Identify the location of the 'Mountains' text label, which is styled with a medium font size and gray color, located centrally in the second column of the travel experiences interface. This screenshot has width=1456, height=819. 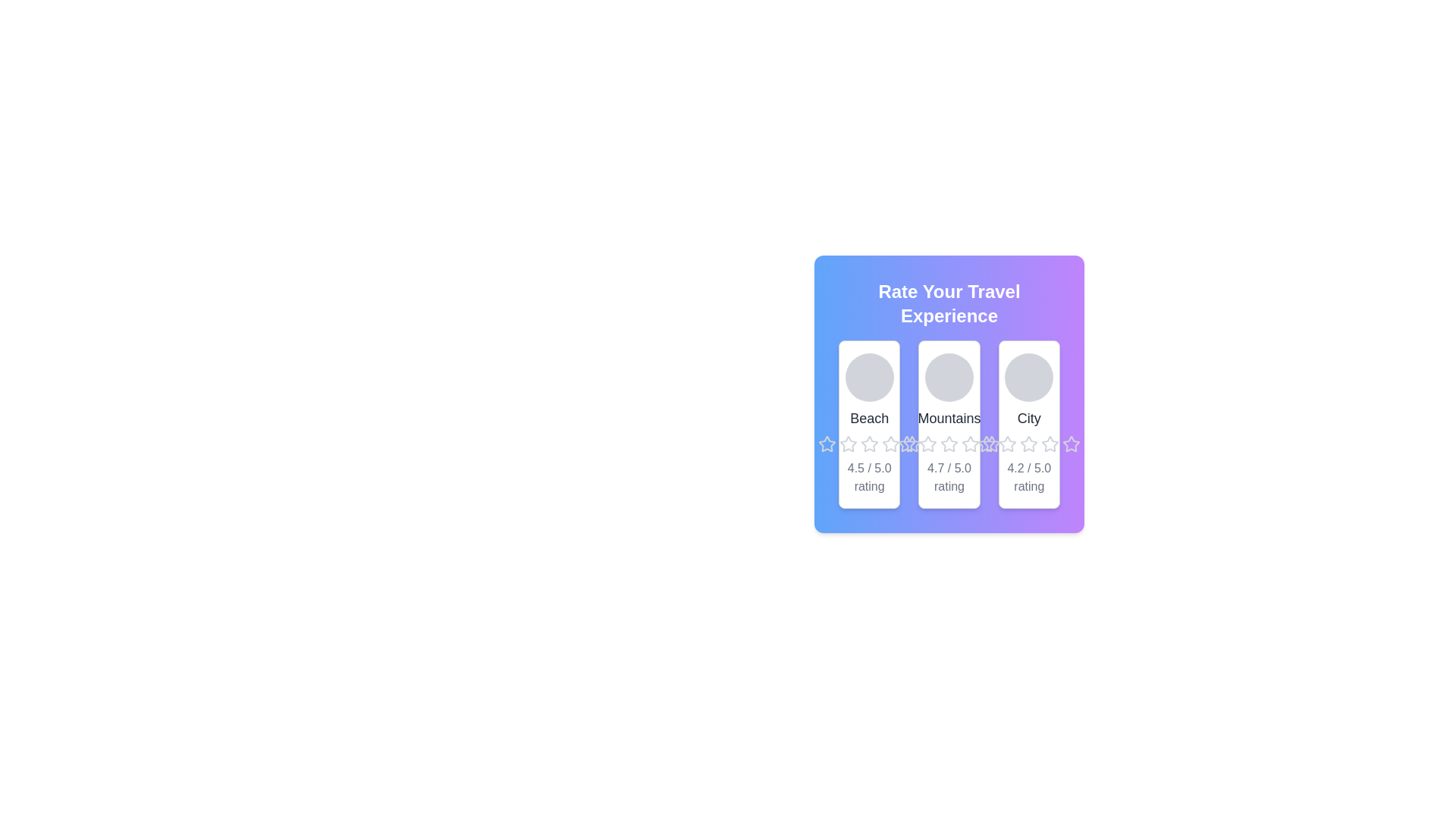
(949, 418).